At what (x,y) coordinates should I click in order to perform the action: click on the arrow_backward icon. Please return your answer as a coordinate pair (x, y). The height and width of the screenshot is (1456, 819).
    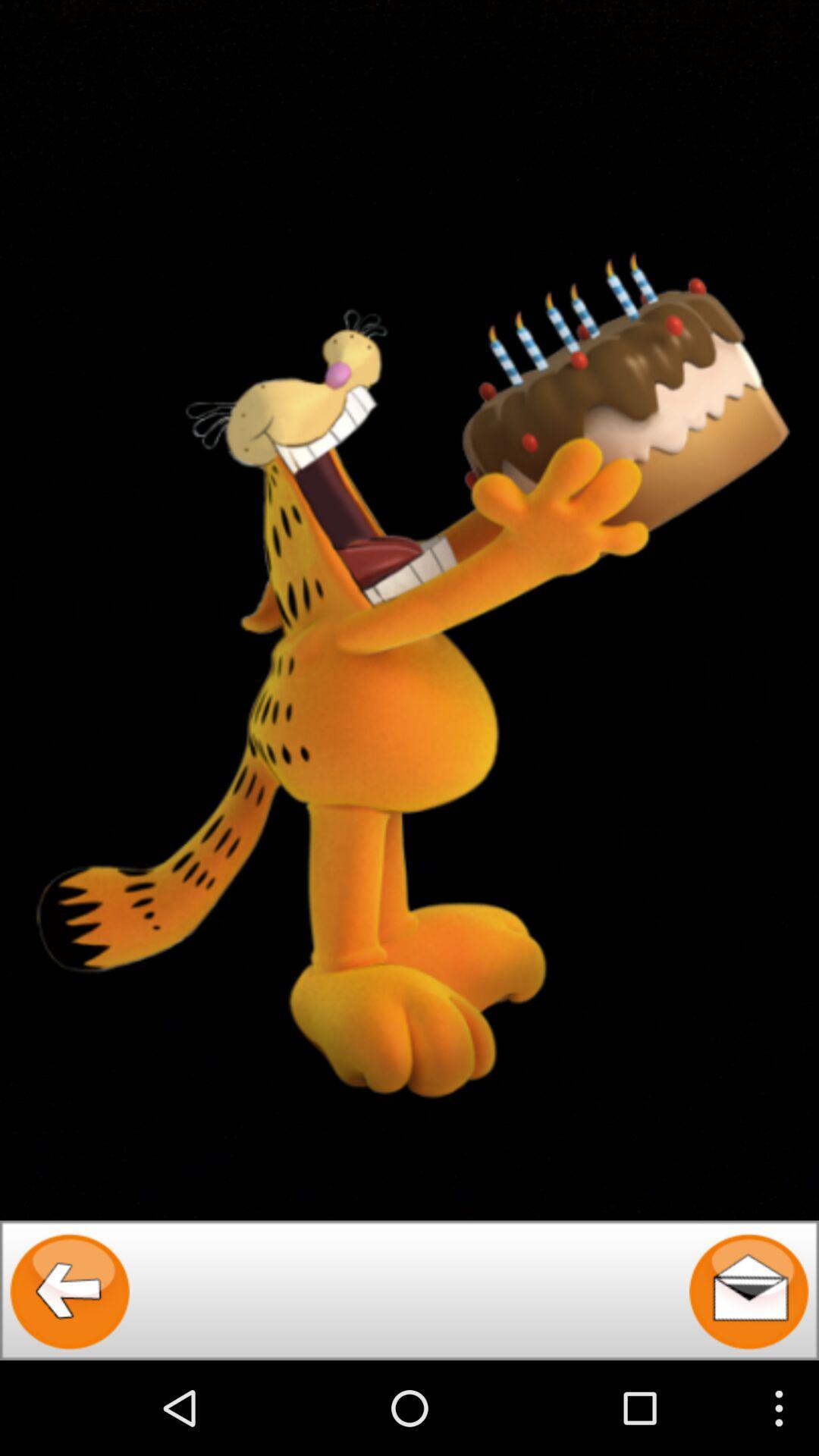
    Looking at the image, I should click on (70, 1381).